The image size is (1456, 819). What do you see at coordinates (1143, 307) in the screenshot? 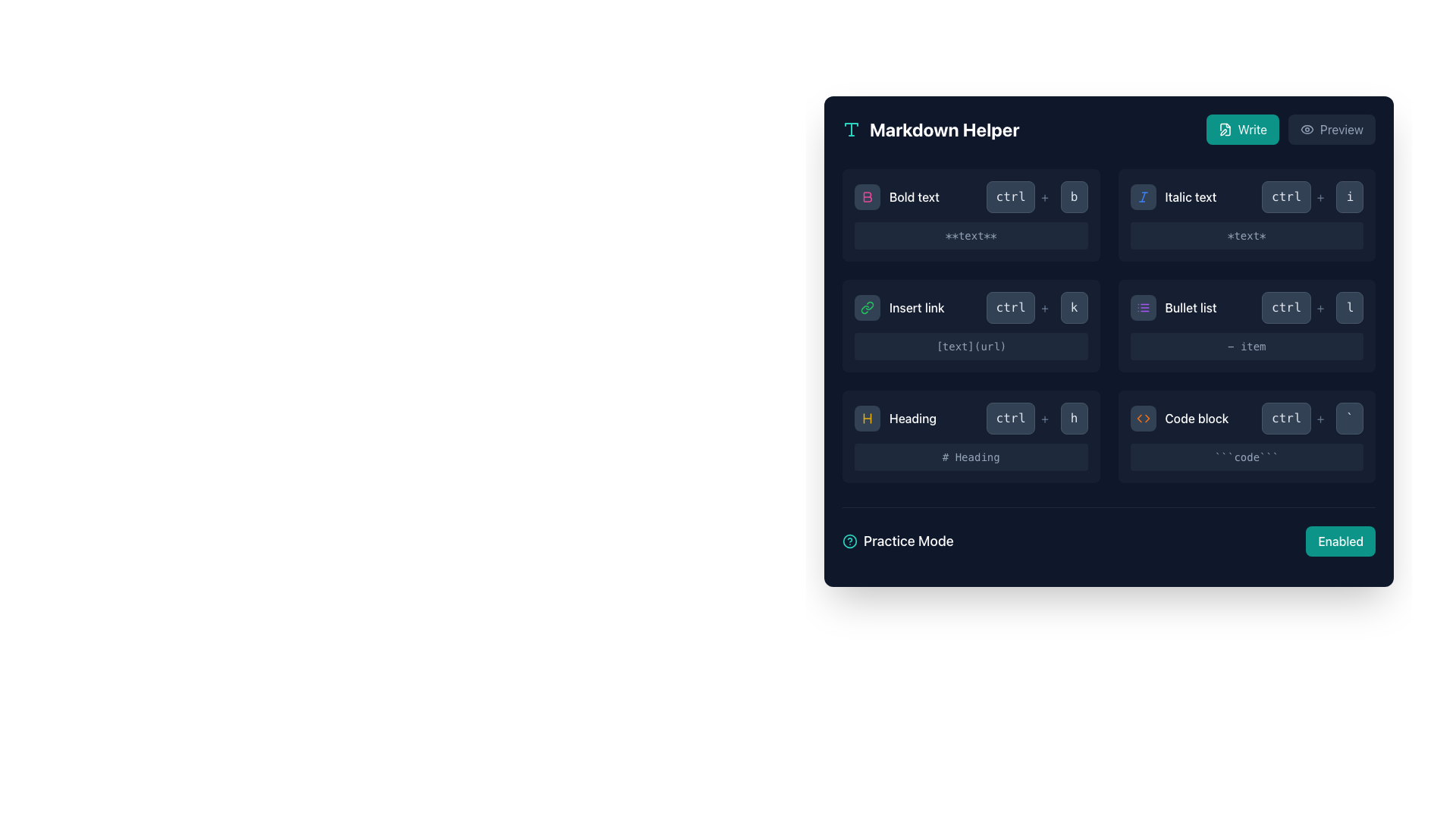
I see `the square-shaped button with a purple bullet list icon on a slate-colored background` at bounding box center [1143, 307].